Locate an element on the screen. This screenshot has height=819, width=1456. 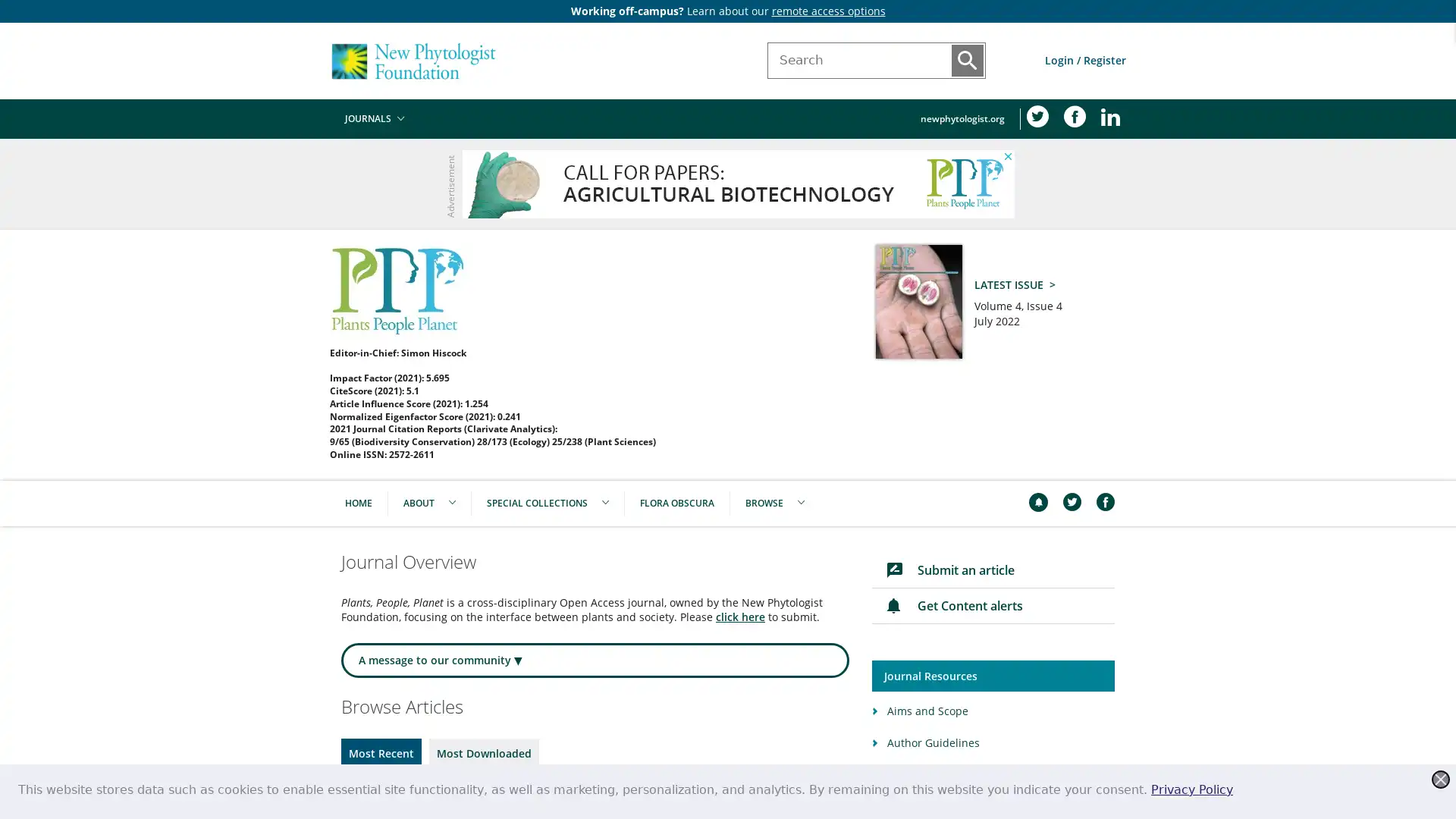
Log in or Register is located at coordinates (1084, 59).